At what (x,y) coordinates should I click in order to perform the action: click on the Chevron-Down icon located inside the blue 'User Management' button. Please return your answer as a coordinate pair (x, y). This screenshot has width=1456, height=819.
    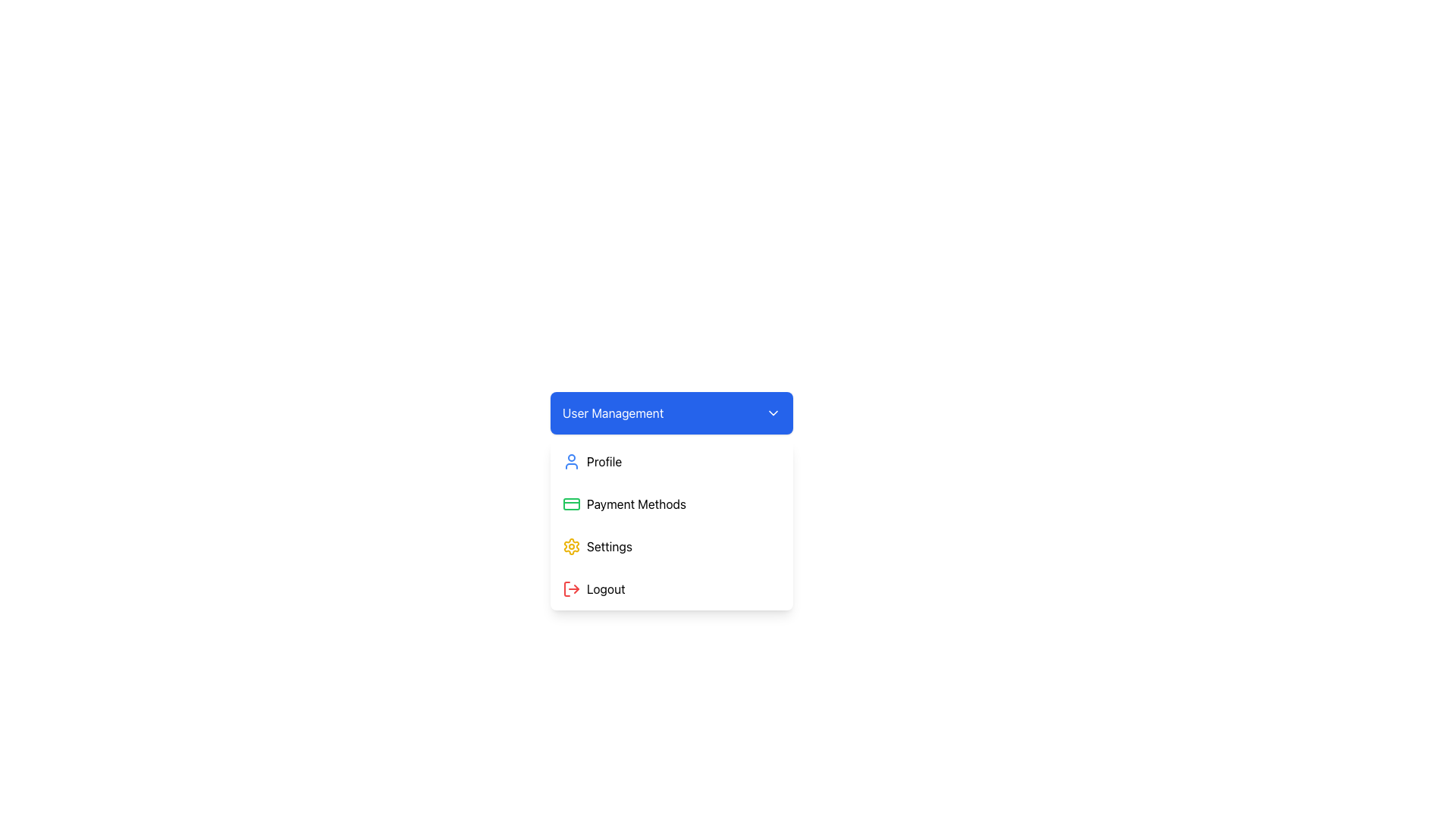
    Looking at the image, I should click on (773, 413).